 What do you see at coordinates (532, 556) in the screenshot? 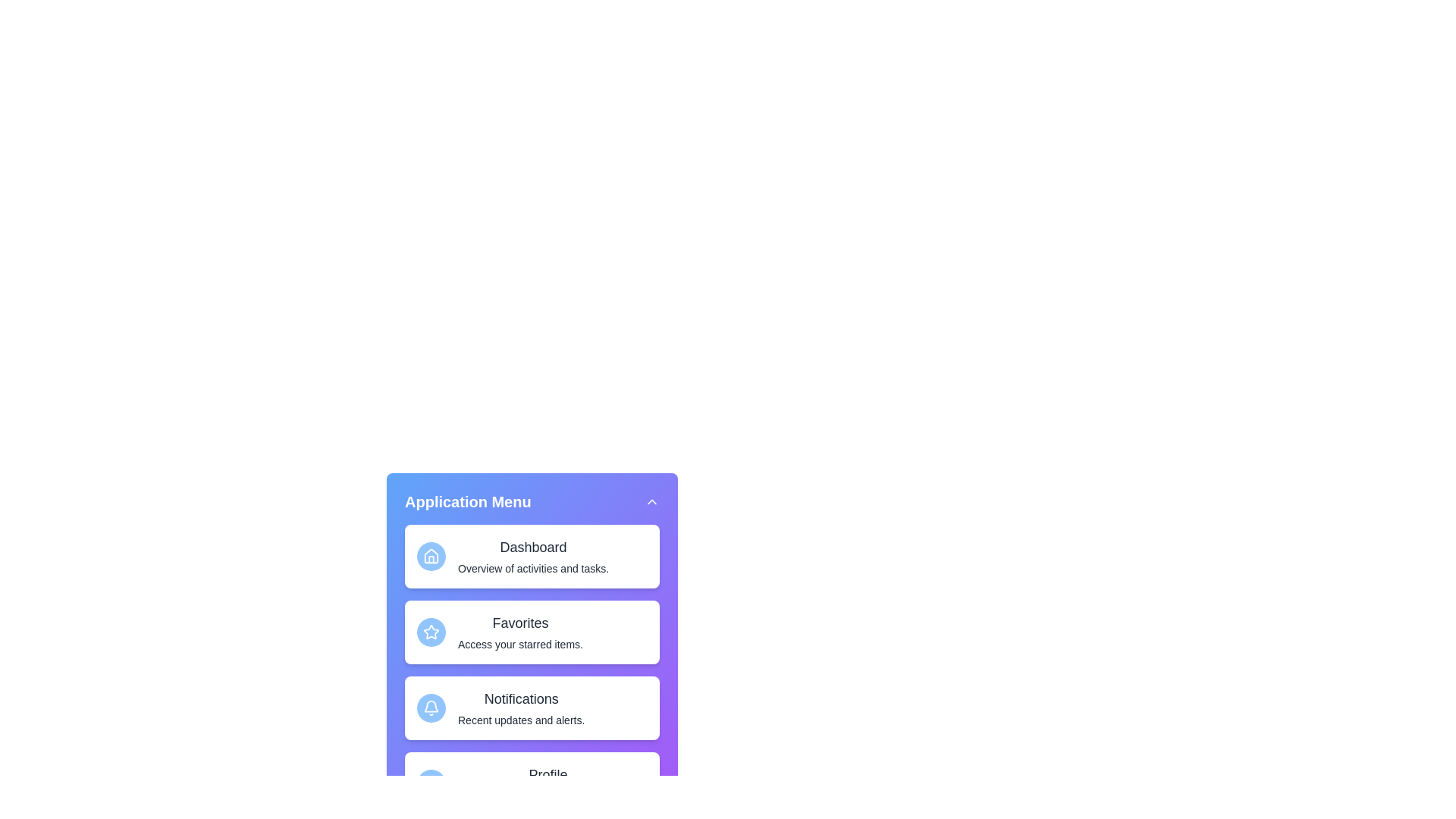
I see `the menu item Dashboard` at bounding box center [532, 556].